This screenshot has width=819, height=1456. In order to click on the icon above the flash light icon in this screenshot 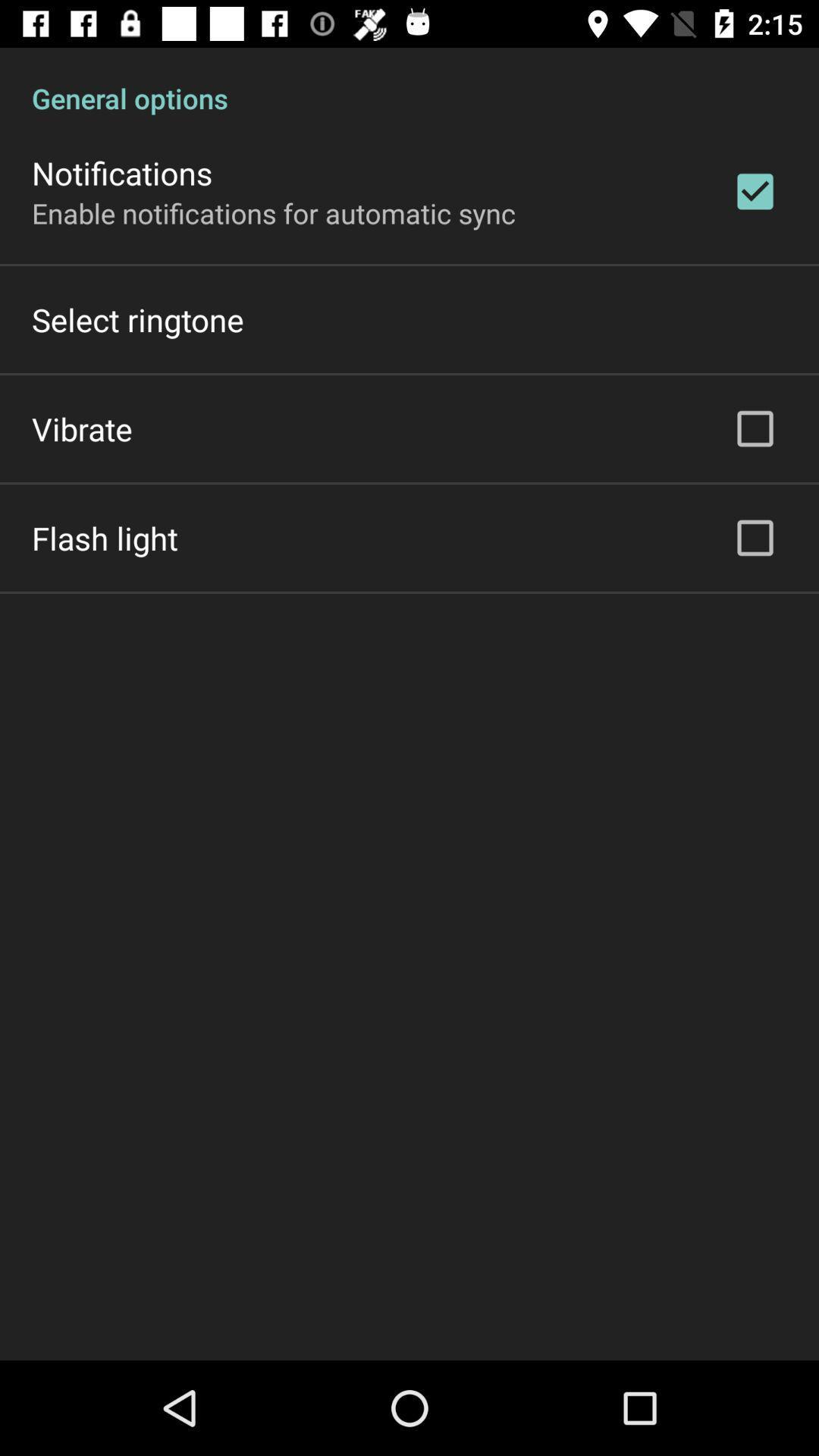, I will do `click(82, 428)`.